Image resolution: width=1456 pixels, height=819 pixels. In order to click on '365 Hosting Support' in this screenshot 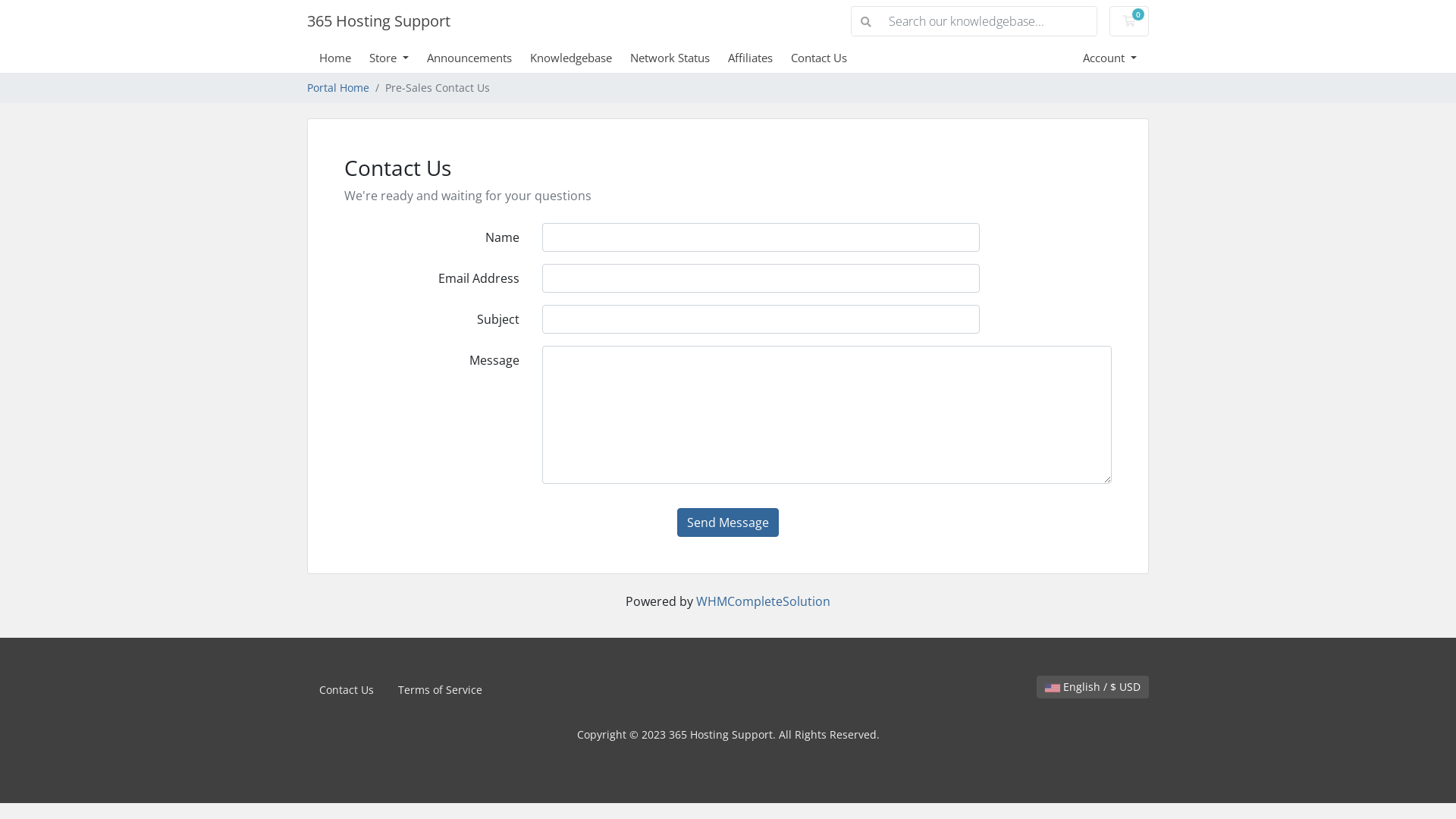, I will do `click(378, 20)`.